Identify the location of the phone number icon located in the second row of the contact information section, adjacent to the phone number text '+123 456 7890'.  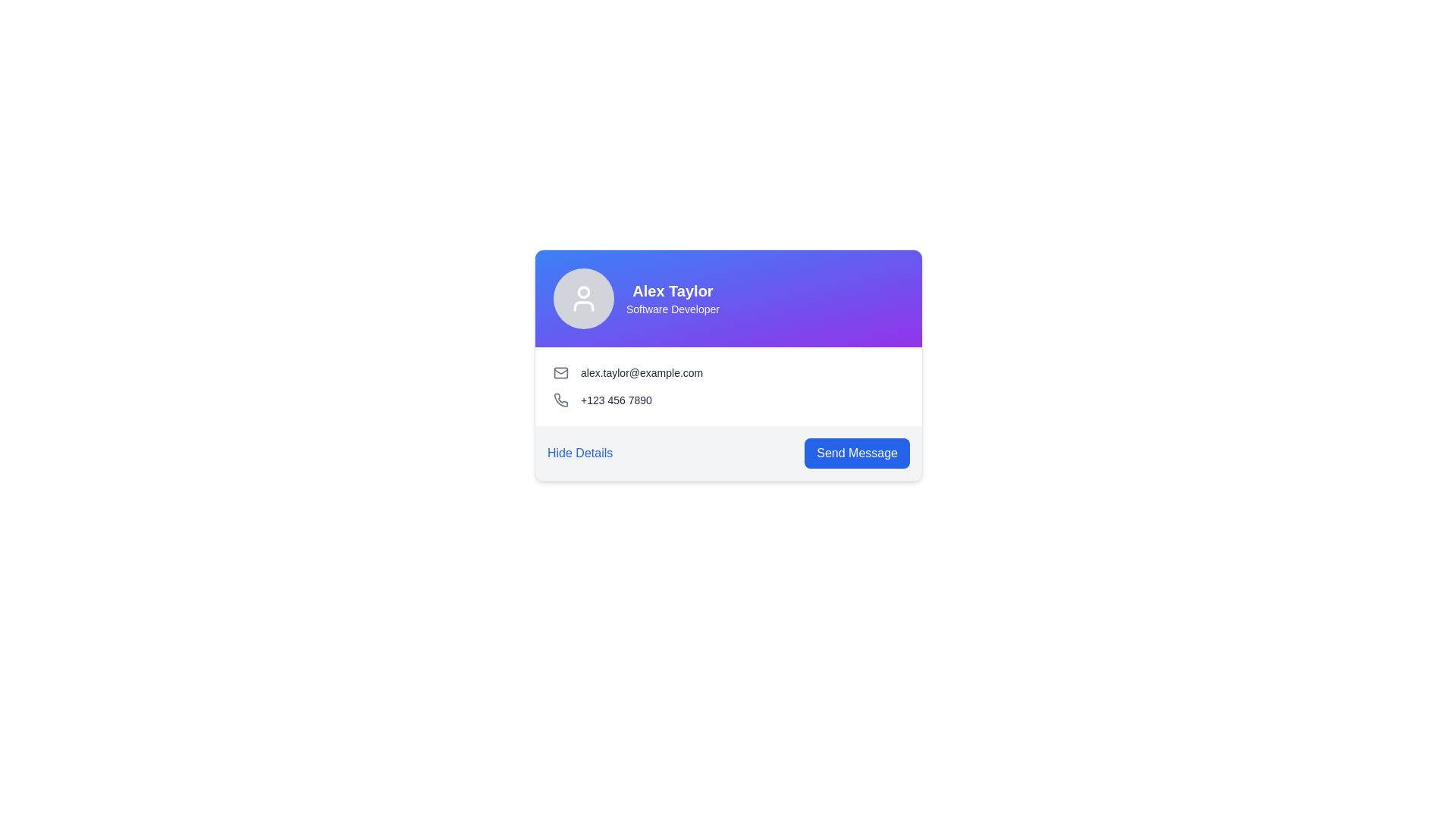
(560, 400).